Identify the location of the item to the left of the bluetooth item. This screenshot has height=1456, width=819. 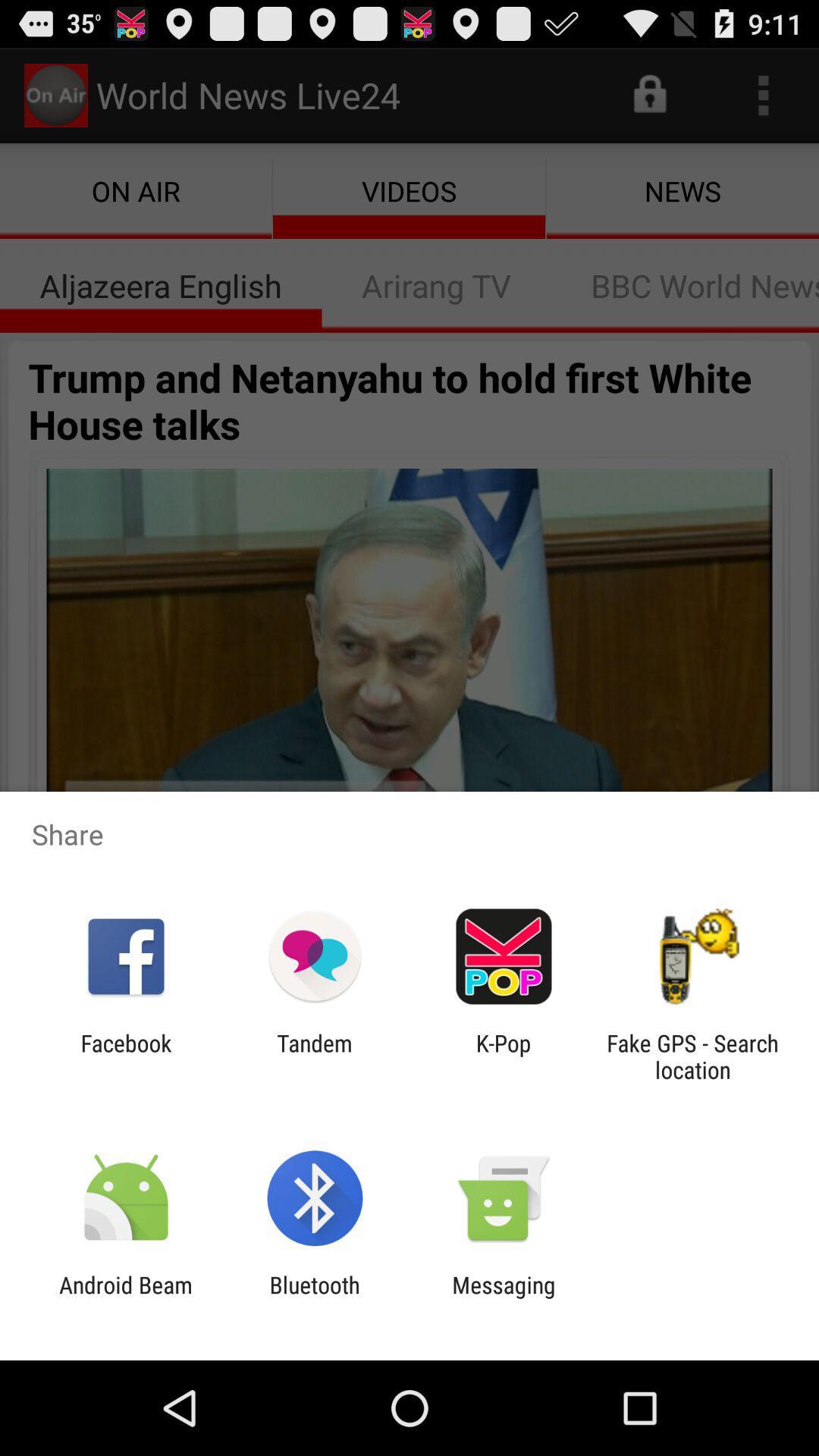
(125, 1298).